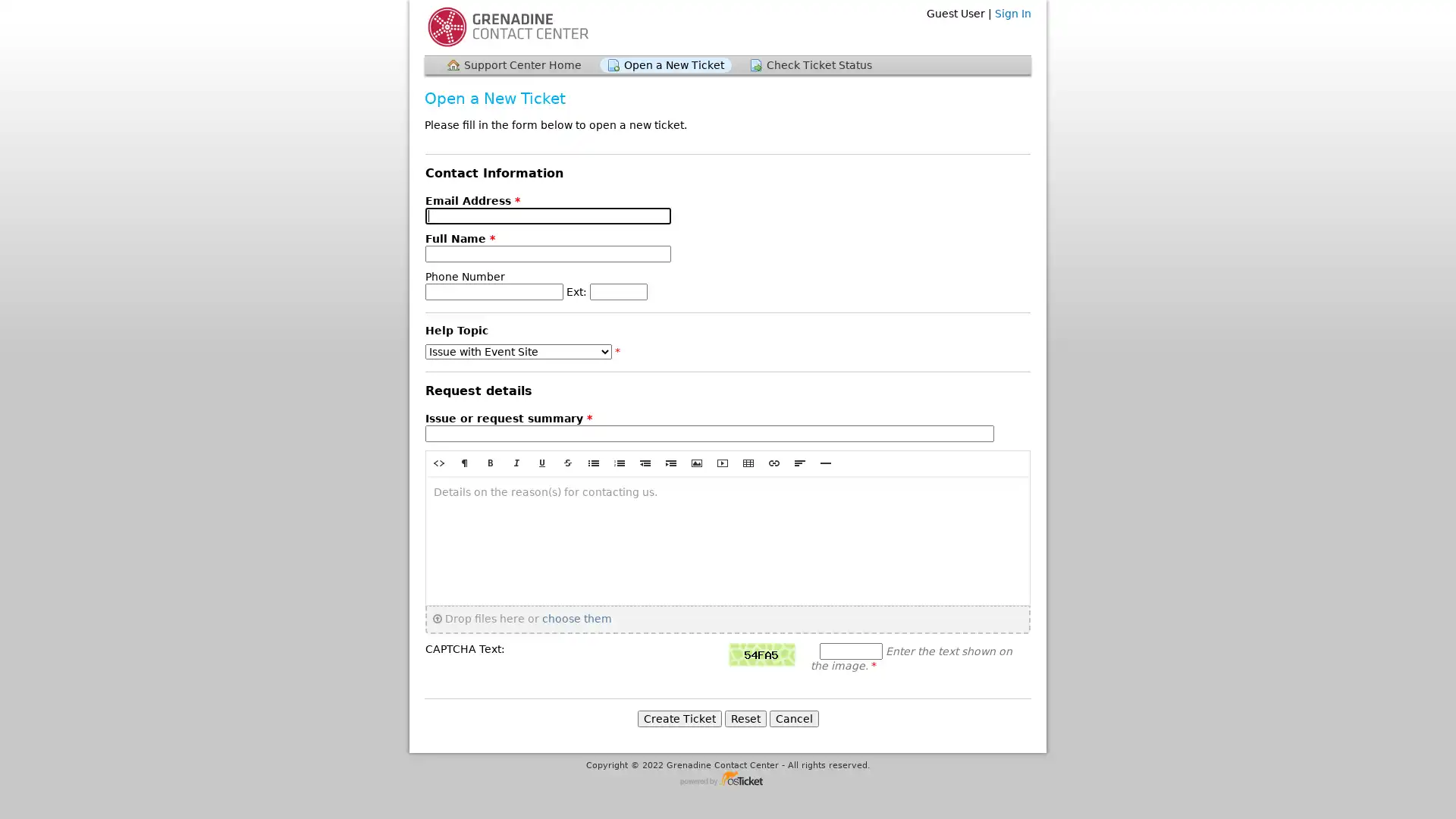  Describe the element at coordinates (438, 462) in the screenshot. I see `HTML` at that location.